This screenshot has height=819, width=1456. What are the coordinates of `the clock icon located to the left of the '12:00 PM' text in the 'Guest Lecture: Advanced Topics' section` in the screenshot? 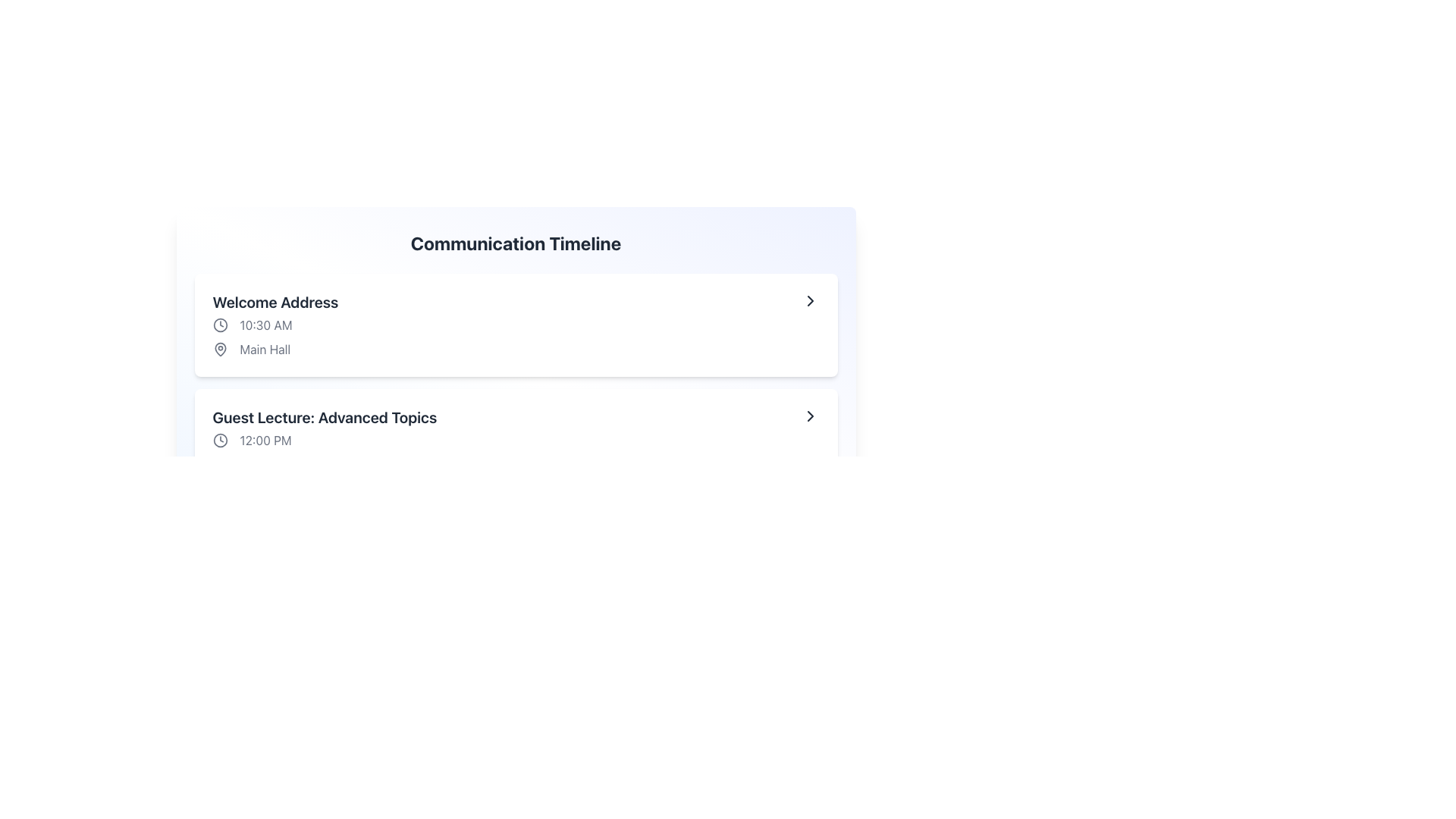 It's located at (219, 441).